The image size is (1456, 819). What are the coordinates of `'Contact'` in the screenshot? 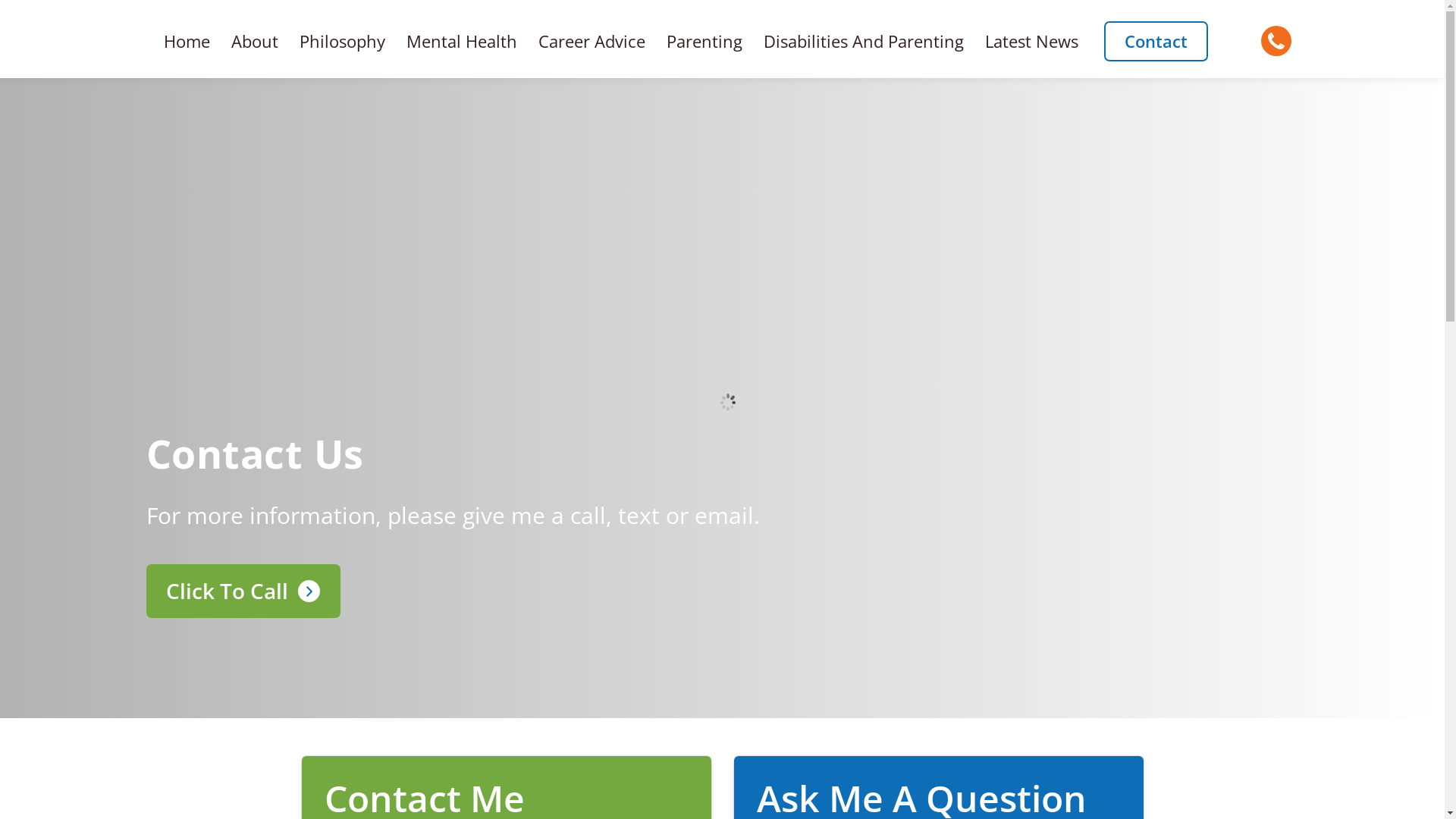 It's located at (1103, 40).